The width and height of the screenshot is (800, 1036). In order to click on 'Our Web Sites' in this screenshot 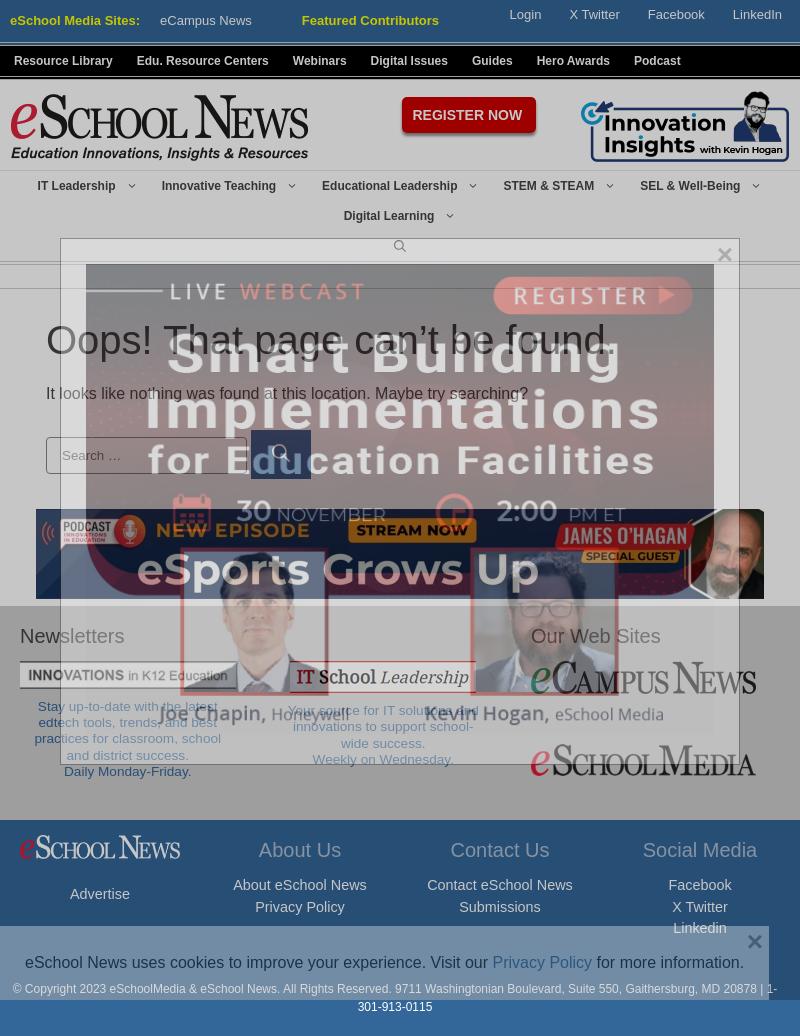, I will do `click(594, 636)`.